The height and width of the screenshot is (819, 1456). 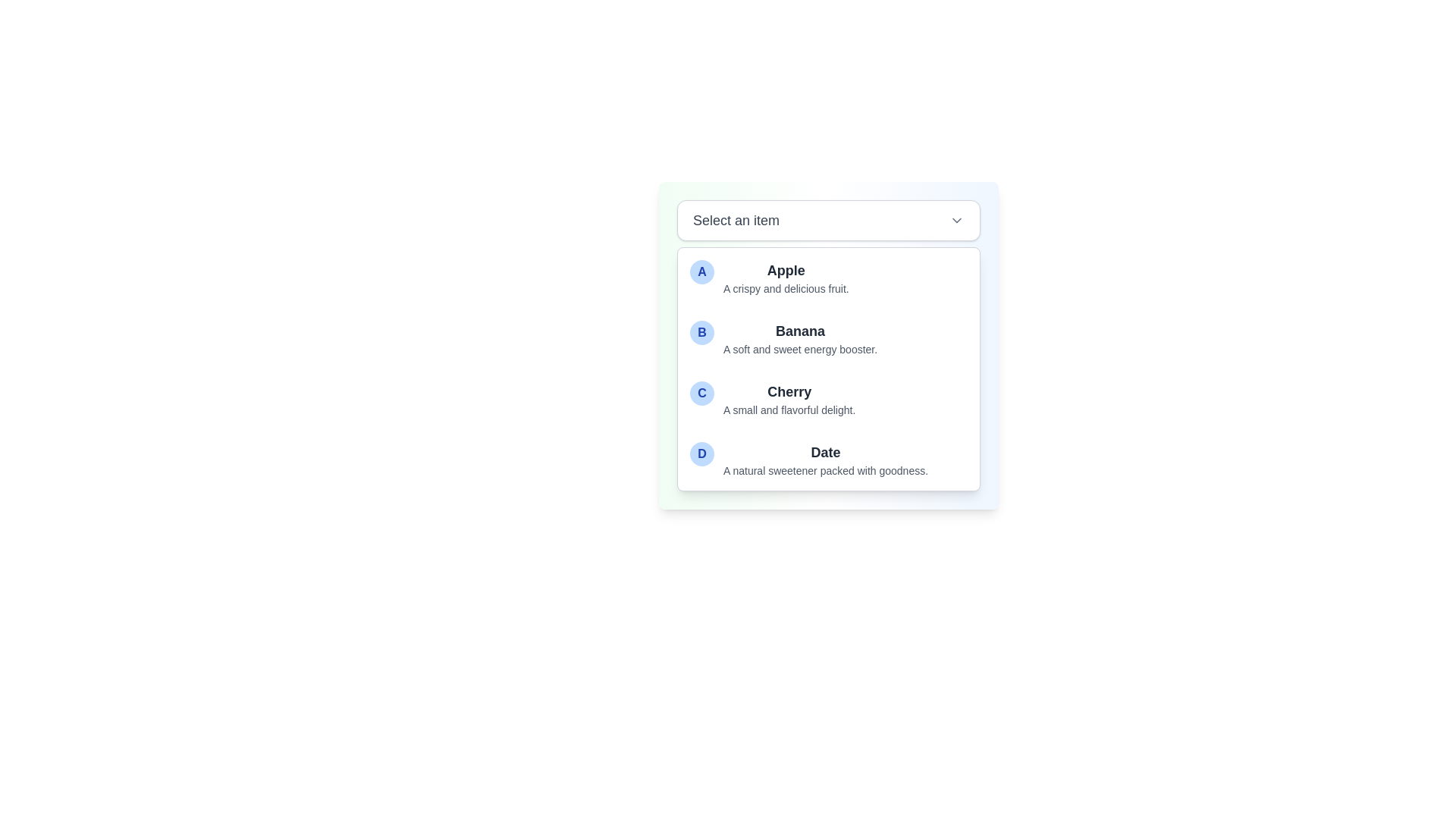 I want to click on the static text providing additional information about 'Apple', located under the 'Apple' title in the dropdown-like list, so click(x=786, y=289).